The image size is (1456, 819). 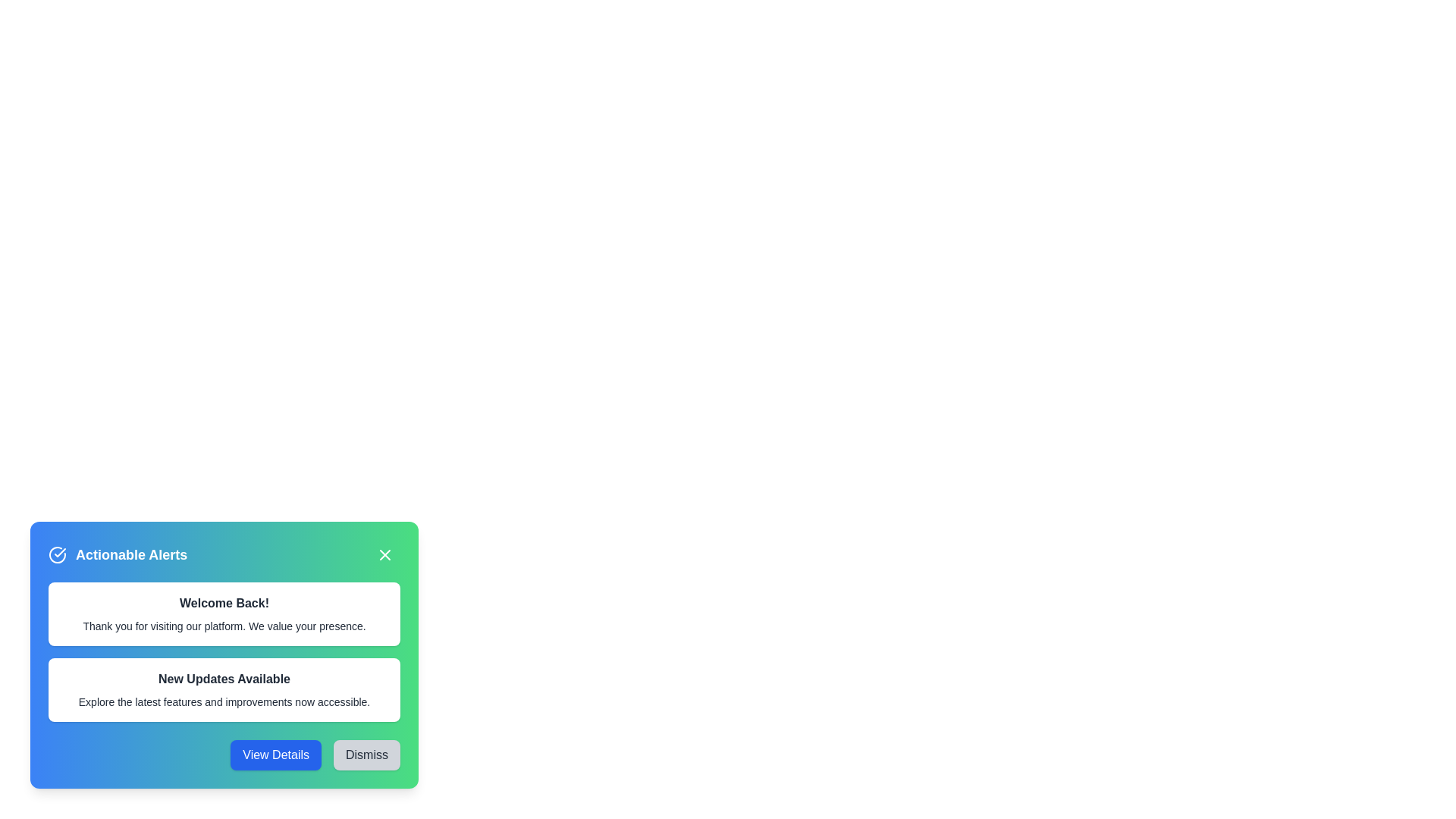 I want to click on close button to dismiss the alert box, so click(x=385, y=555).